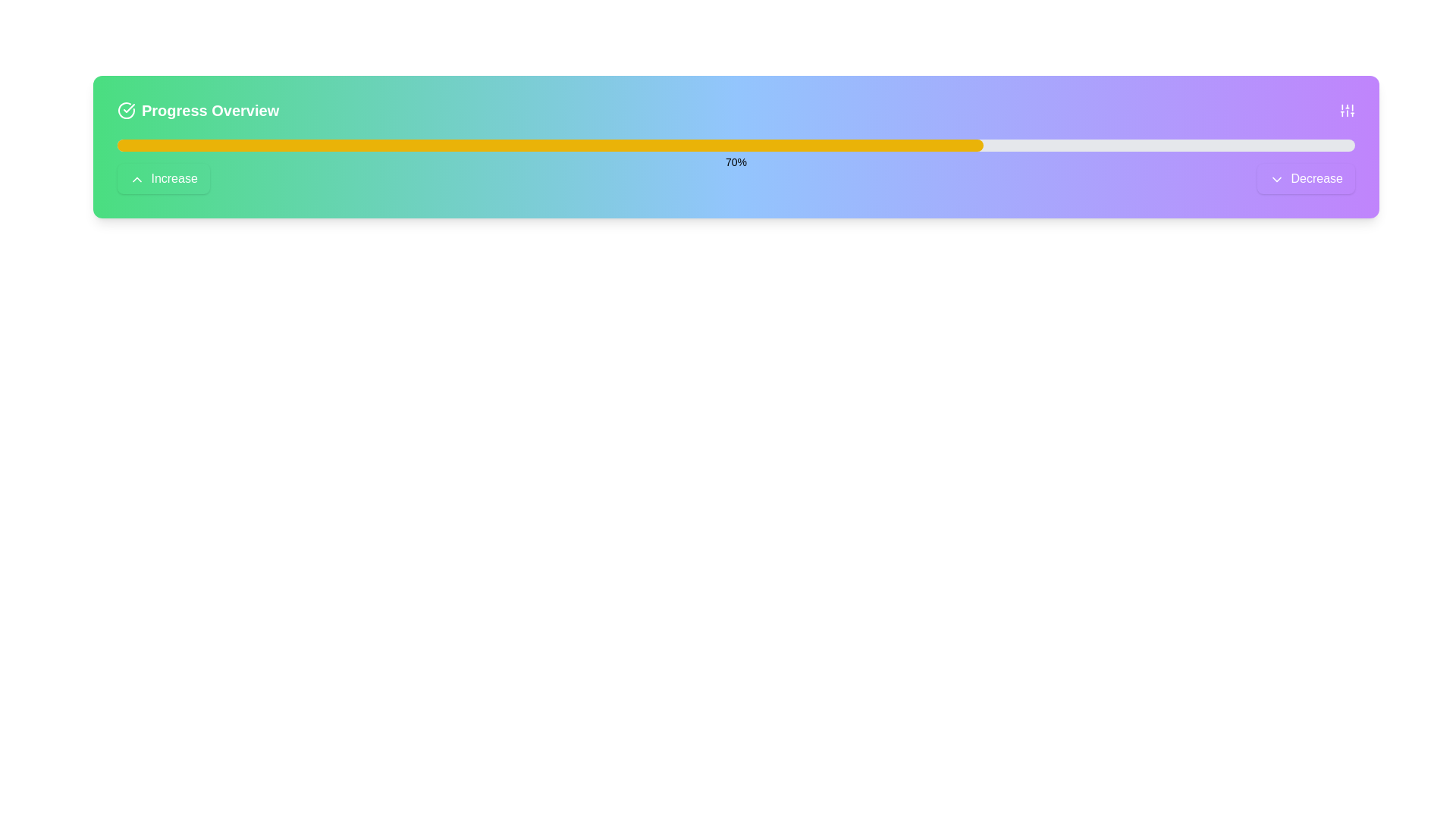  Describe the element at coordinates (197, 110) in the screenshot. I see `the Text Label with Icon that displays 'Progress Overview', styled in bold, extra-large white text on a green background, located at the top-left corner of the interface` at that location.